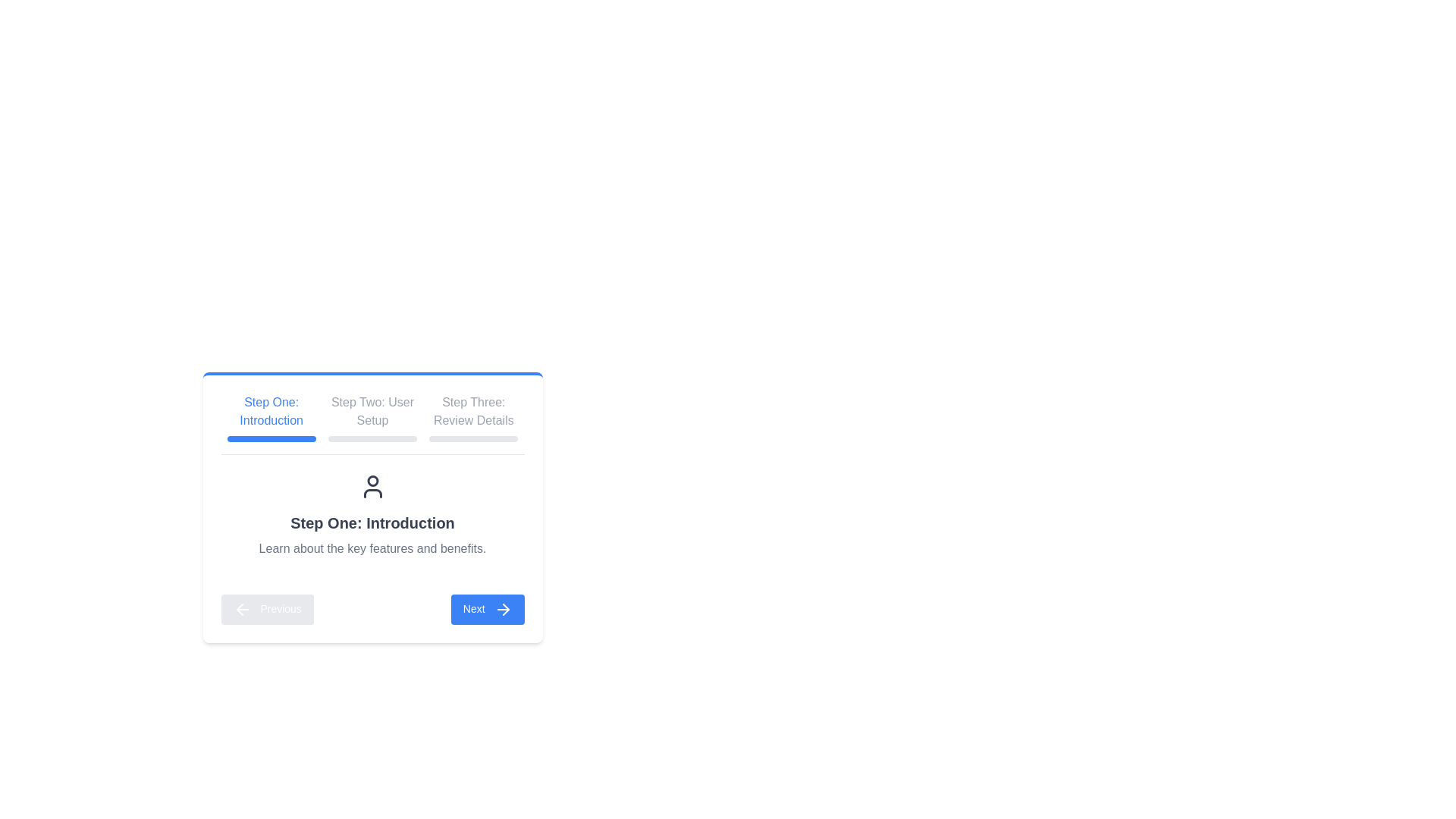  What do you see at coordinates (271, 438) in the screenshot?
I see `the Progress bar indicating 'Step One: Introduction', which is located beneath the corresponding step title in the upper-left quadrant of the interface` at bounding box center [271, 438].